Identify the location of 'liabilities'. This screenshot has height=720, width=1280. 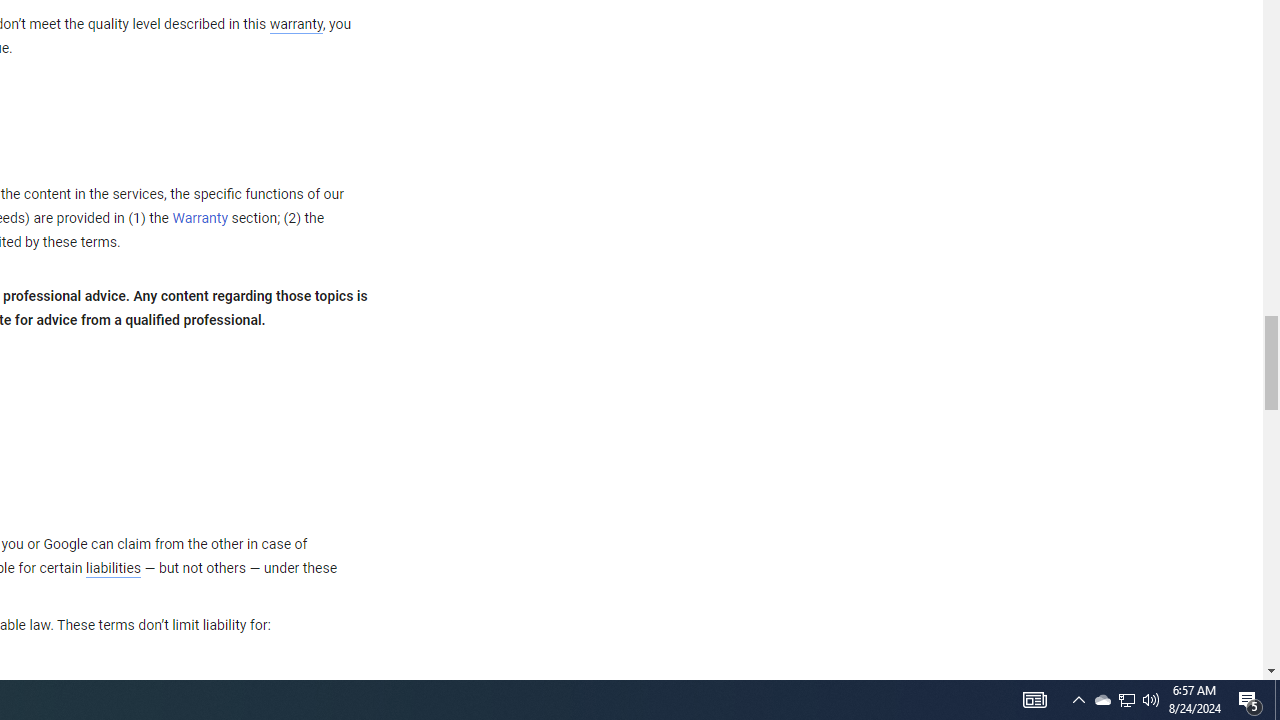
(112, 568).